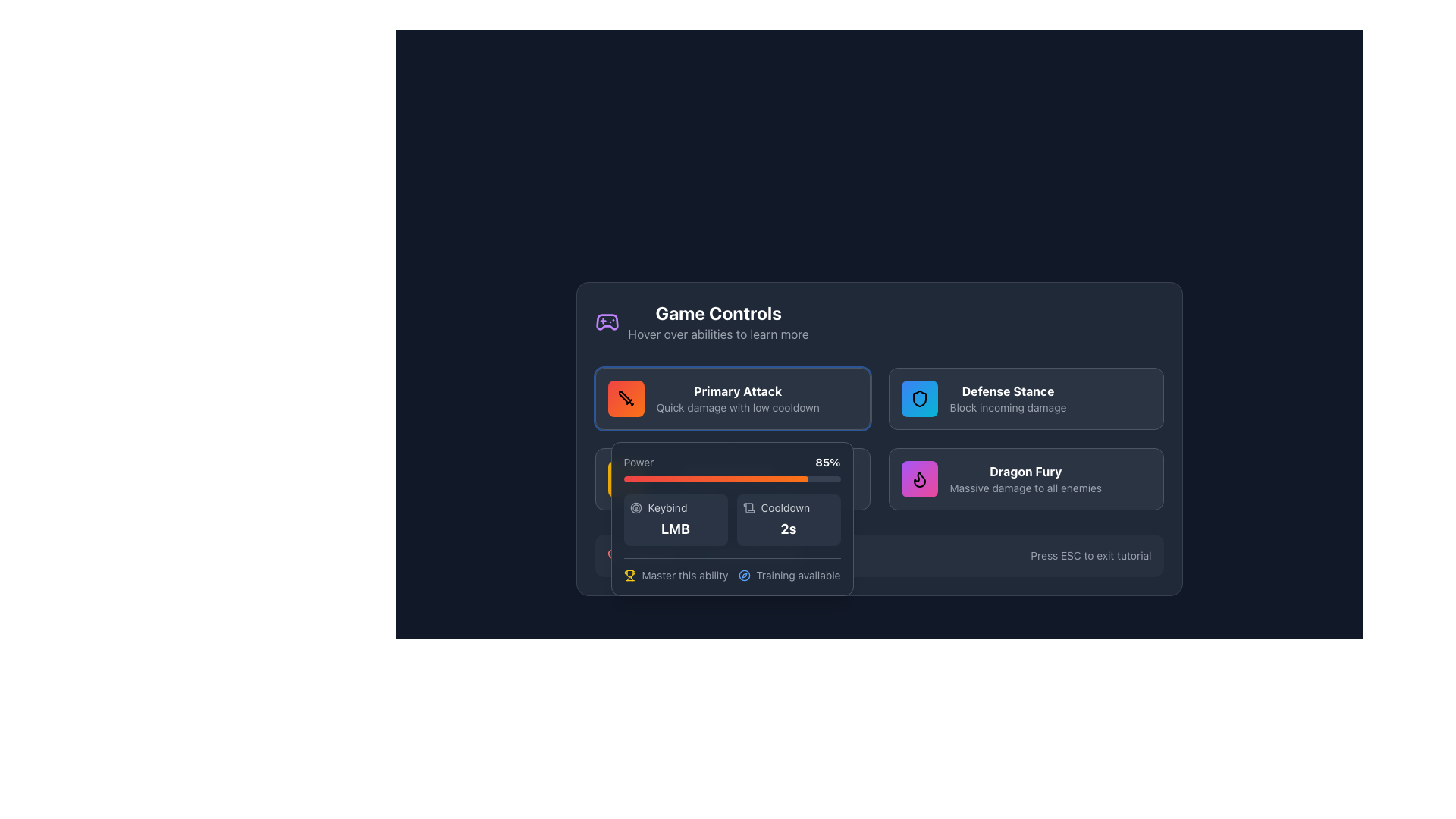  Describe the element at coordinates (1026, 397) in the screenshot. I see `the defensive stance ability button located on the upper-right side of the grid layout within the central modal box, specifically the second element` at that location.